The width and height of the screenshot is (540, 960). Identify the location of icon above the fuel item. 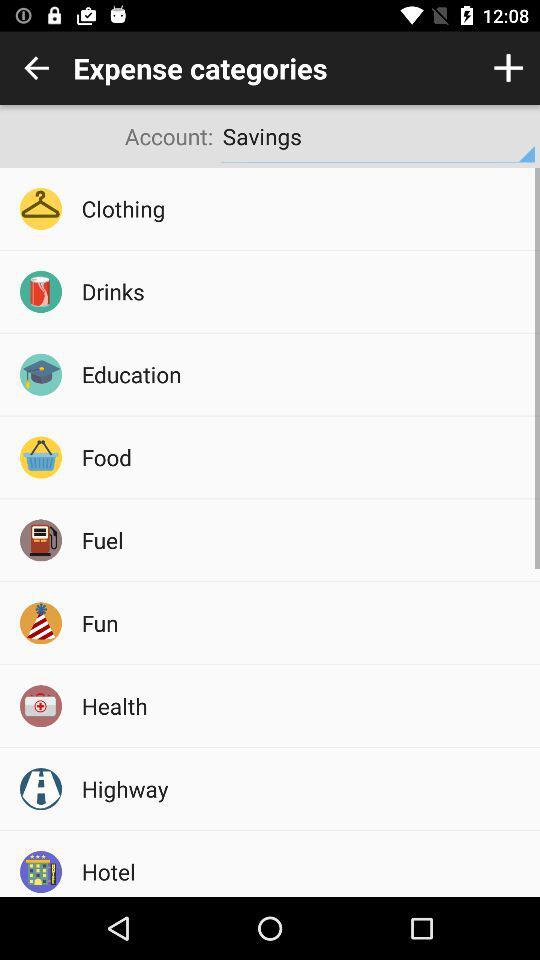
(303, 457).